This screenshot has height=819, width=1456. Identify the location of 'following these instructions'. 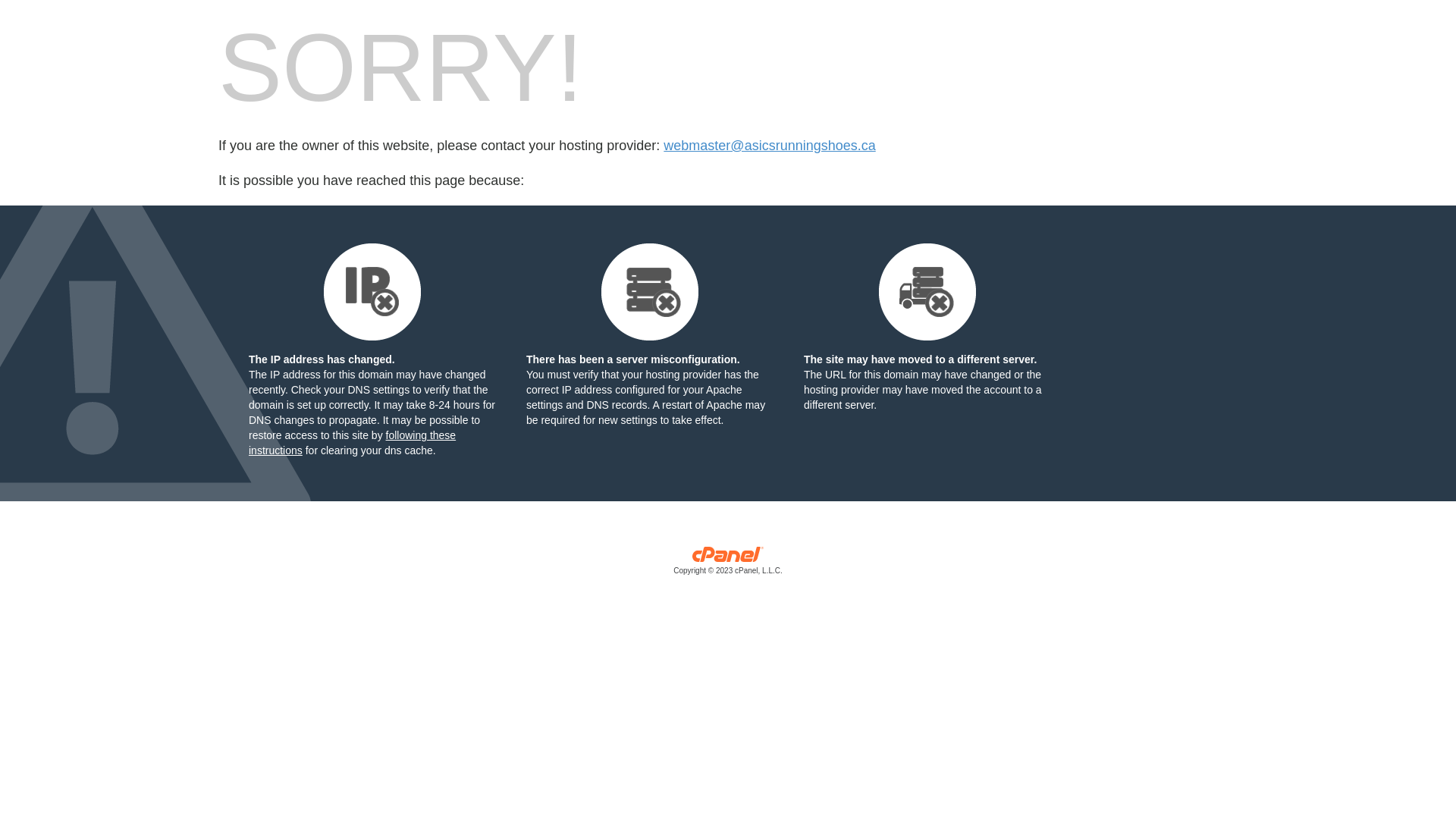
(351, 442).